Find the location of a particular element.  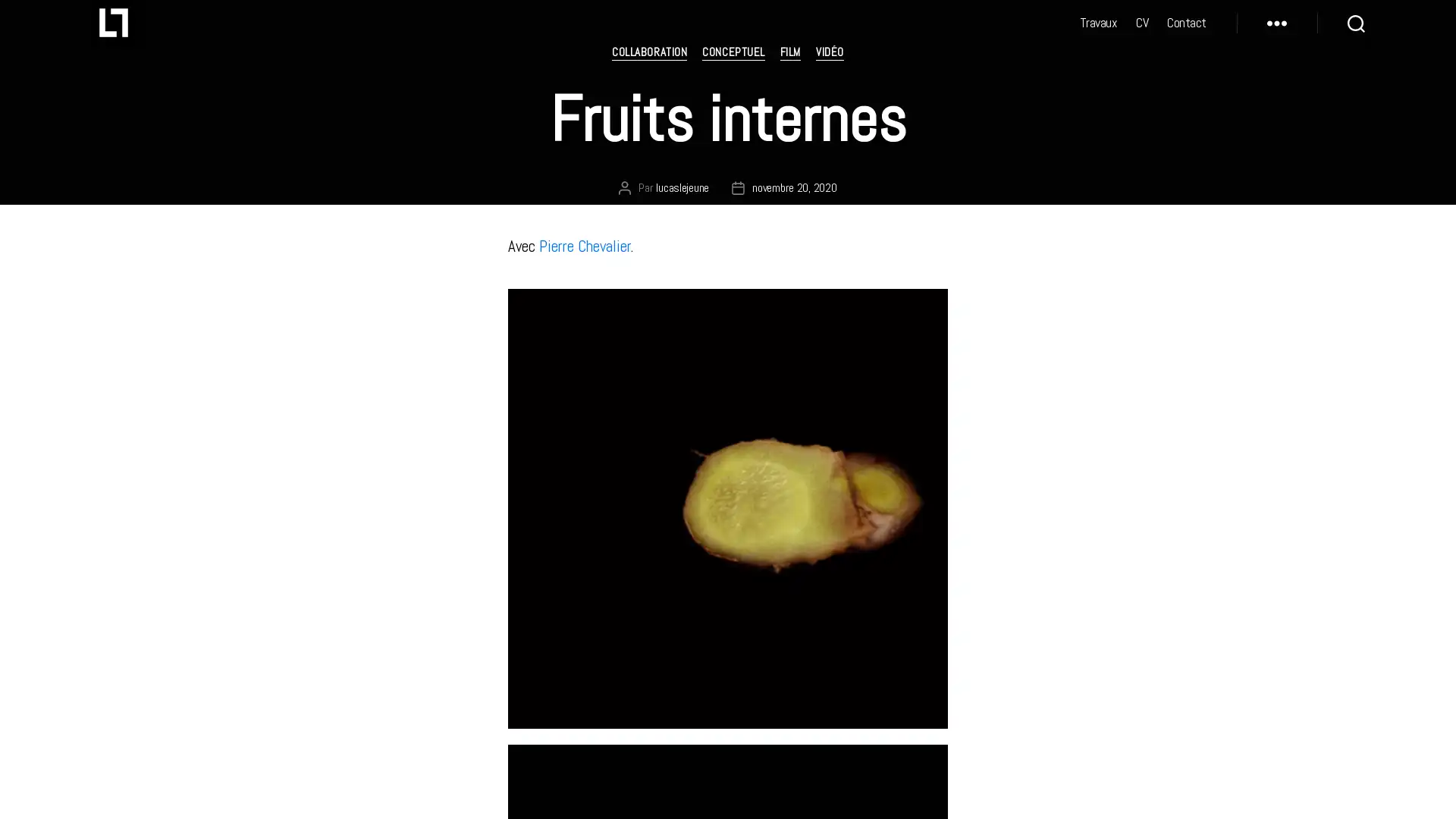

Recherche is located at coordinates (1356, 34).